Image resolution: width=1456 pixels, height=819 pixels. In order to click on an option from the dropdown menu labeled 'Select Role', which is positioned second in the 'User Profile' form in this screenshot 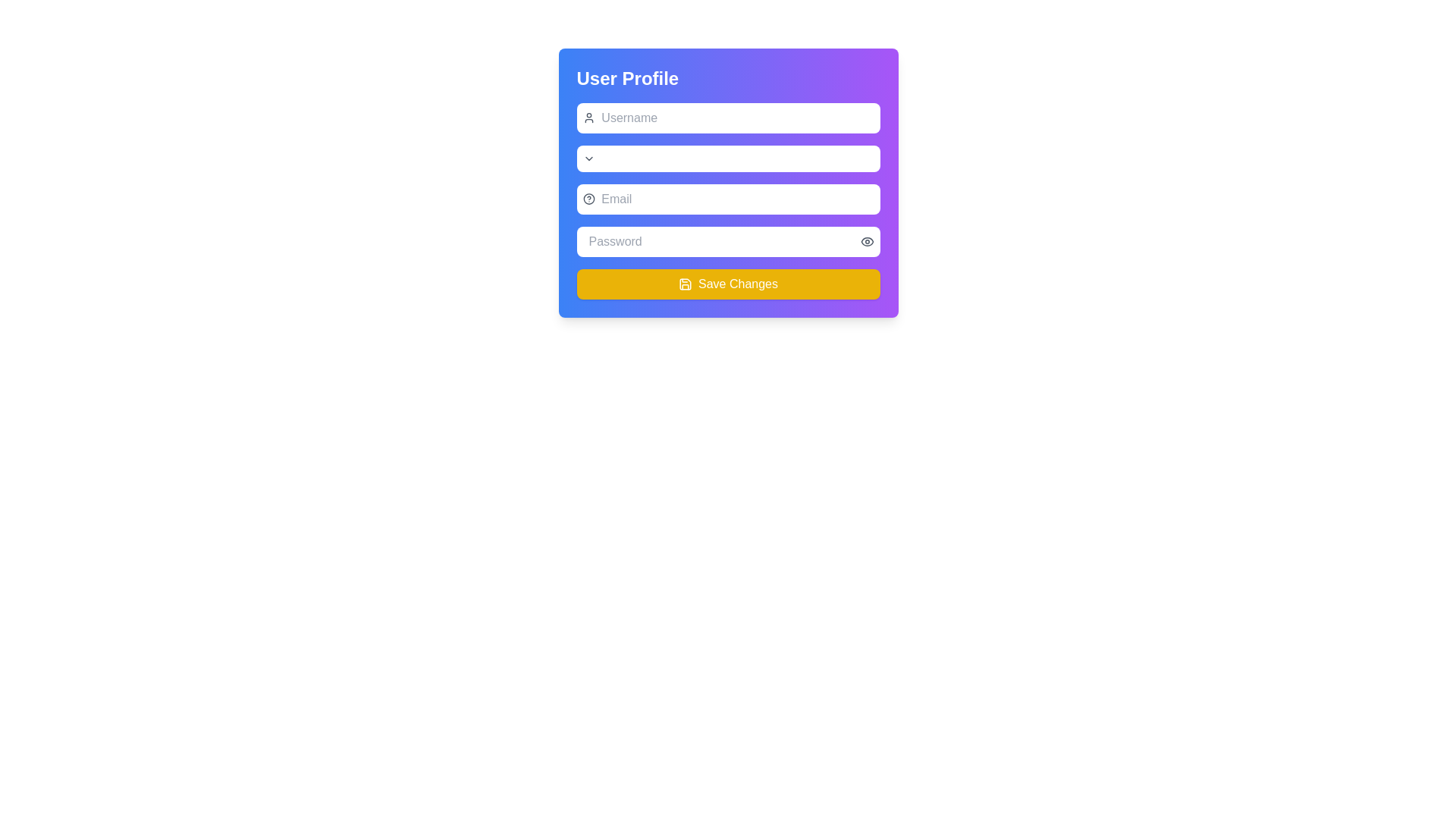, I will do `click(737, 158)`.